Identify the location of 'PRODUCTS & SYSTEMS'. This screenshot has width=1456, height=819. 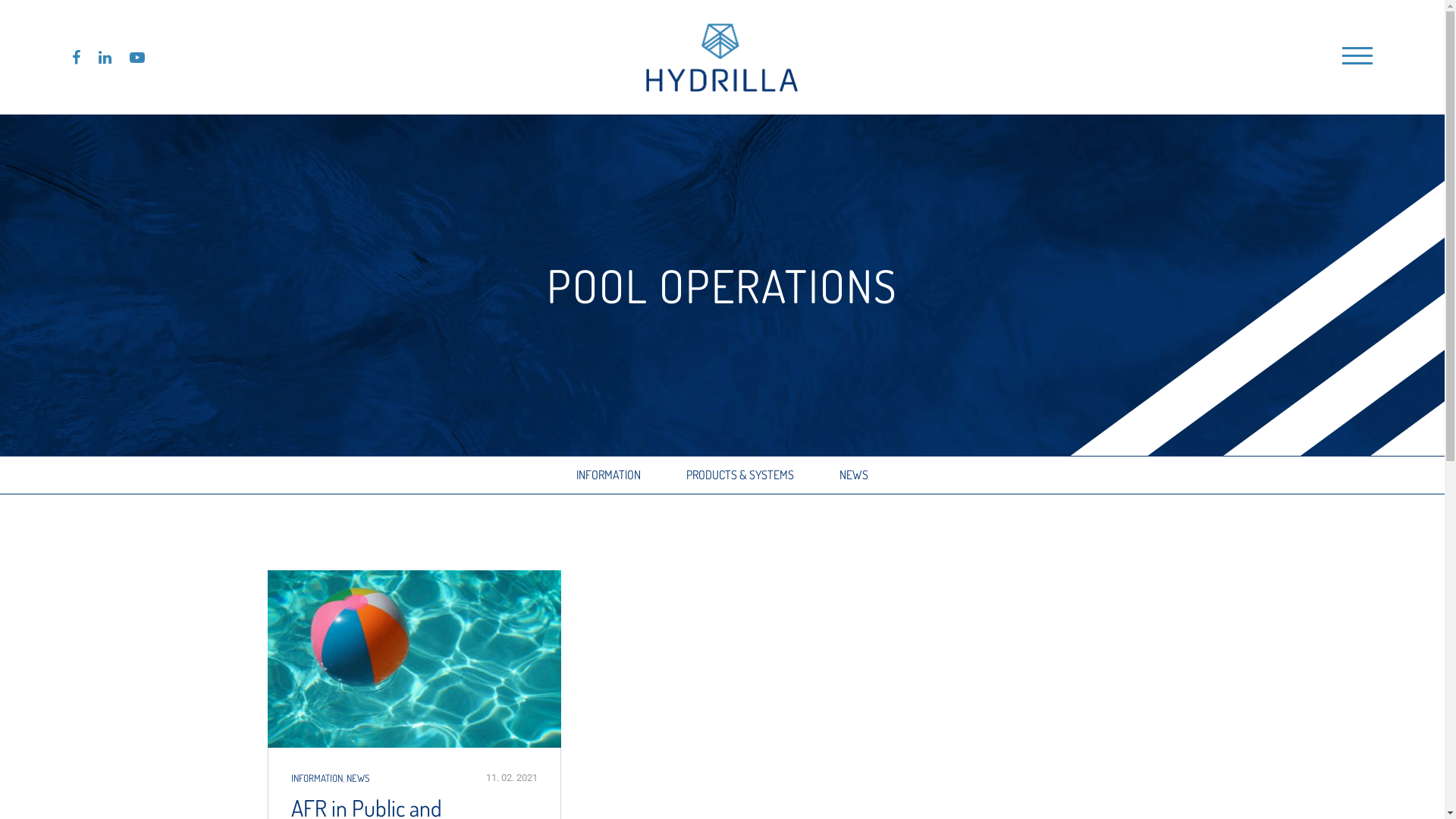
(686, 474).